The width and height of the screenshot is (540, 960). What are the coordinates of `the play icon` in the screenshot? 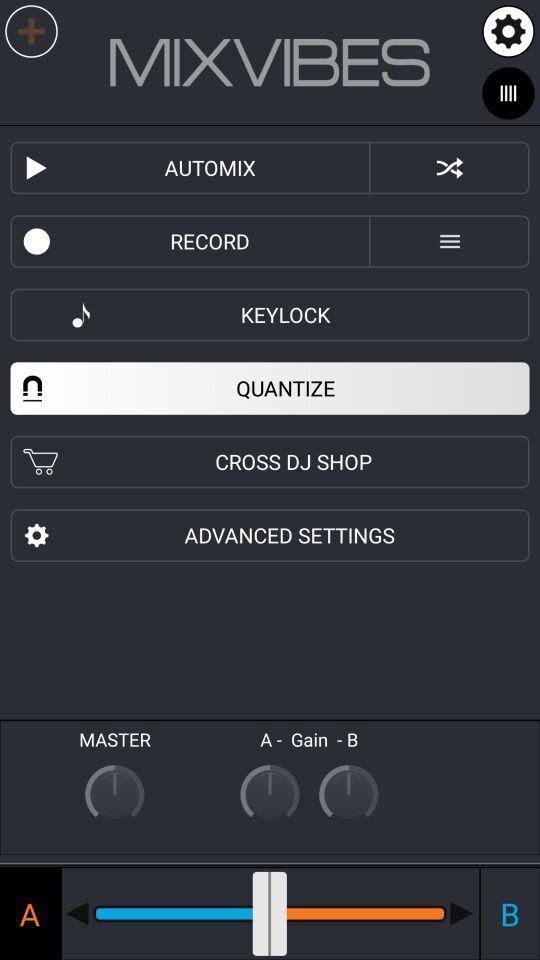 It's located at (42, 167).